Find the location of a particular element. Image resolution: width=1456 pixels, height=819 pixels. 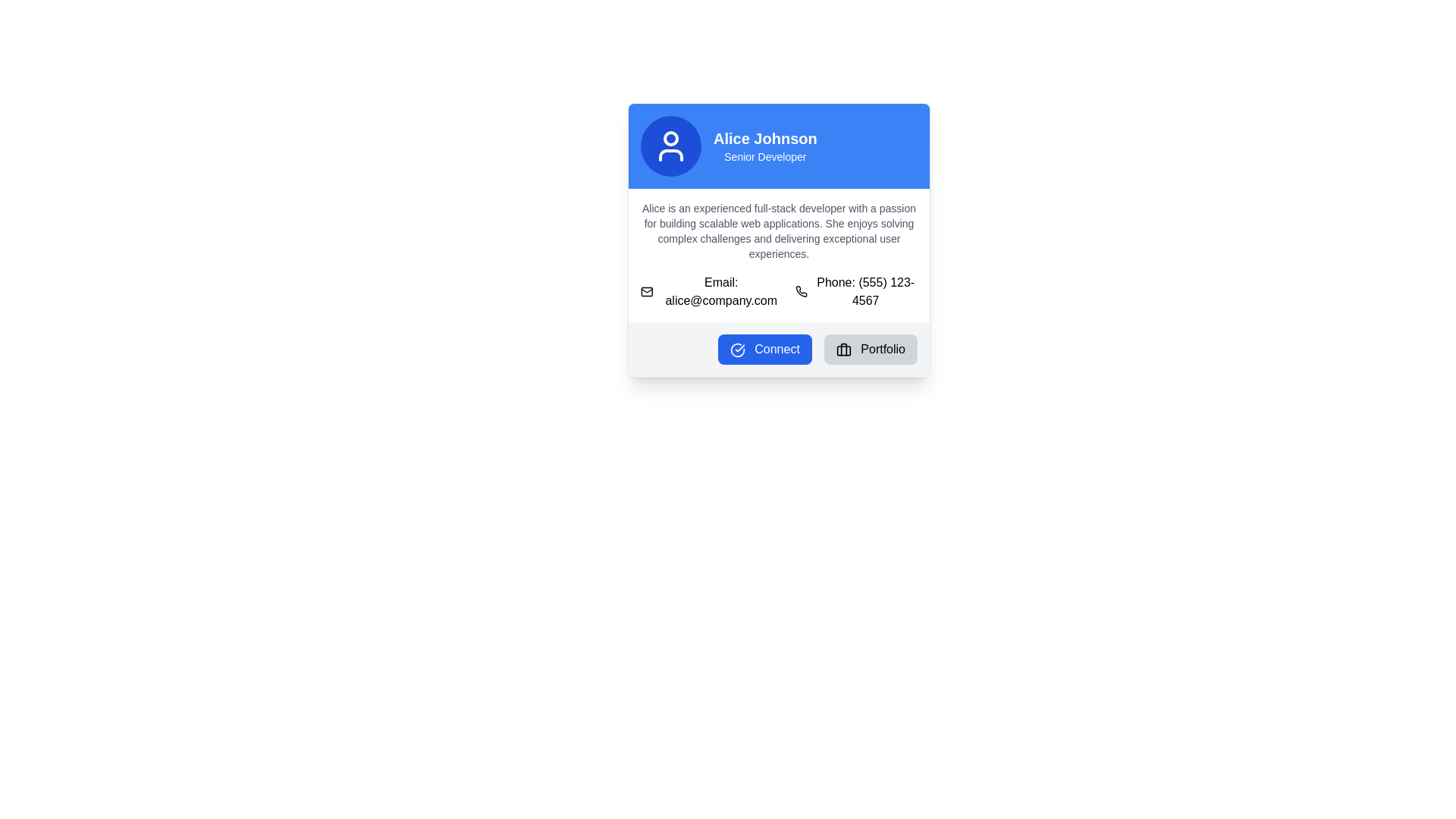

the 'Email:' label followed by the email address 'alice@company.com' is located at coordinates (711, 292).